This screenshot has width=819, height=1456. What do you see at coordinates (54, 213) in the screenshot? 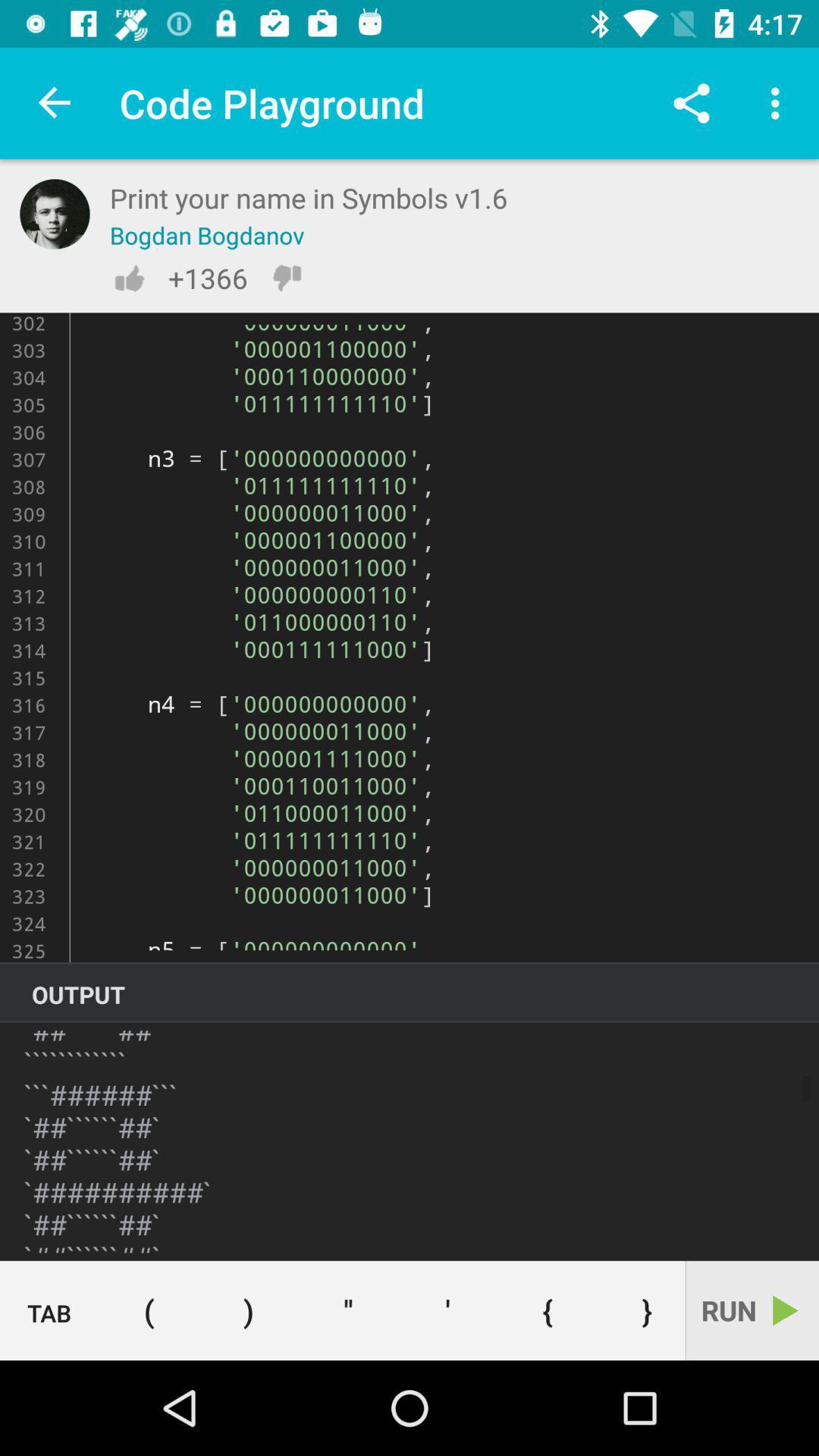
I see `the avatar icon` at bounding box center [54, 213].